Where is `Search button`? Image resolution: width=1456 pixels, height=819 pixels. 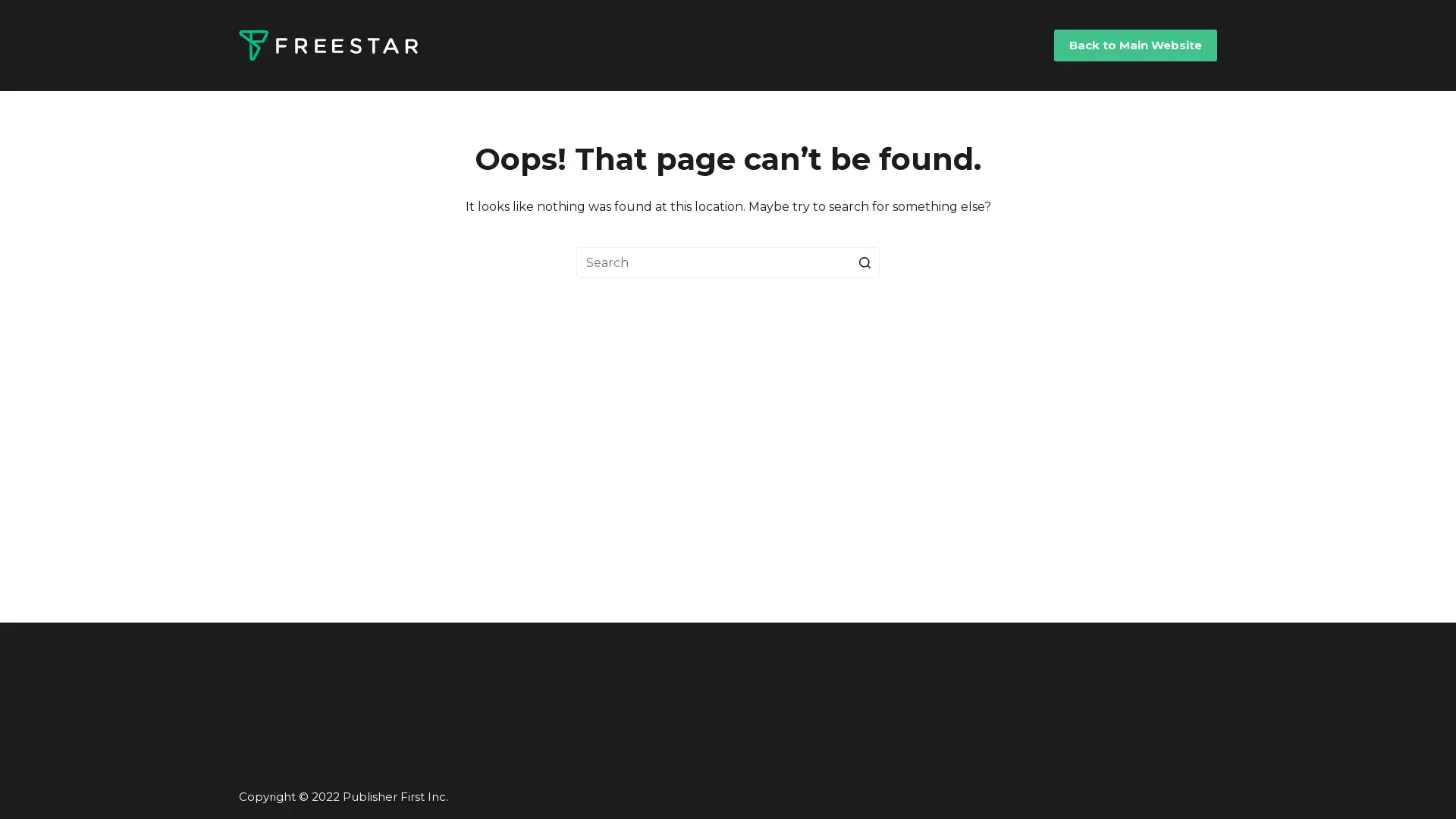
Search button is located at coordinates (864, 300).